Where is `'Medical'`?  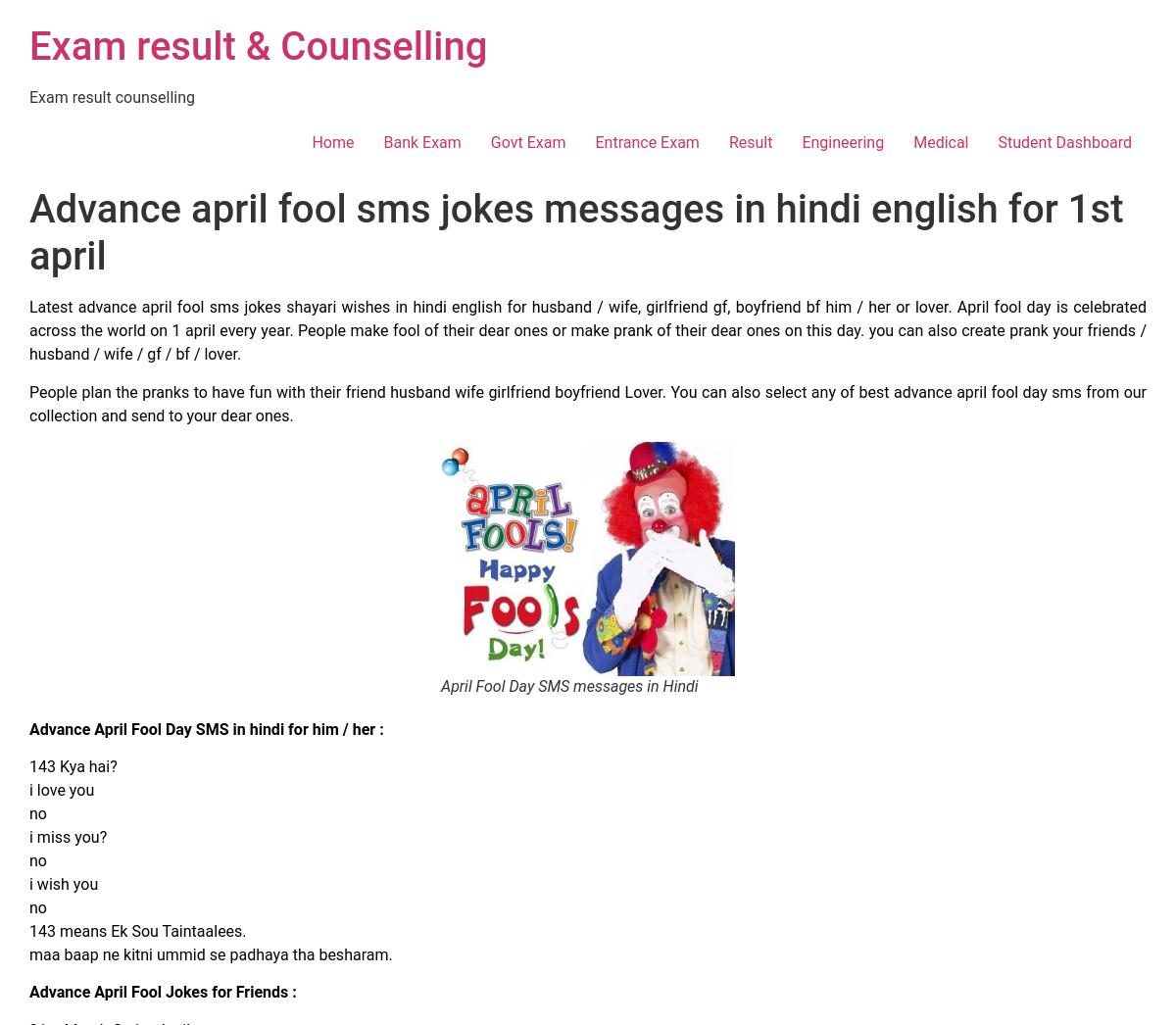 'Medical' is located at coordinates (941, 141).